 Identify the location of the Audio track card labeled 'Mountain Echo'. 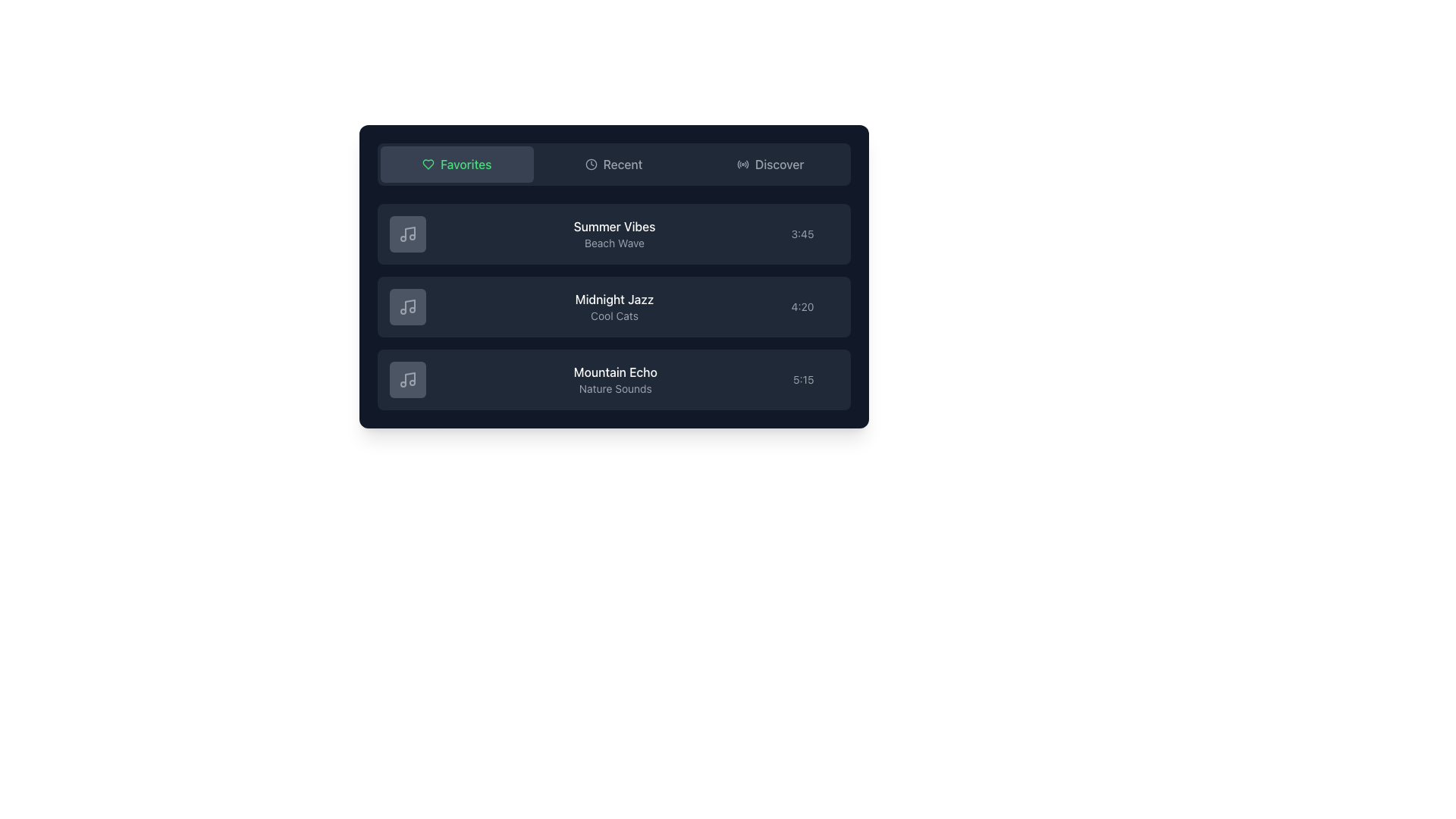
(613, 379).